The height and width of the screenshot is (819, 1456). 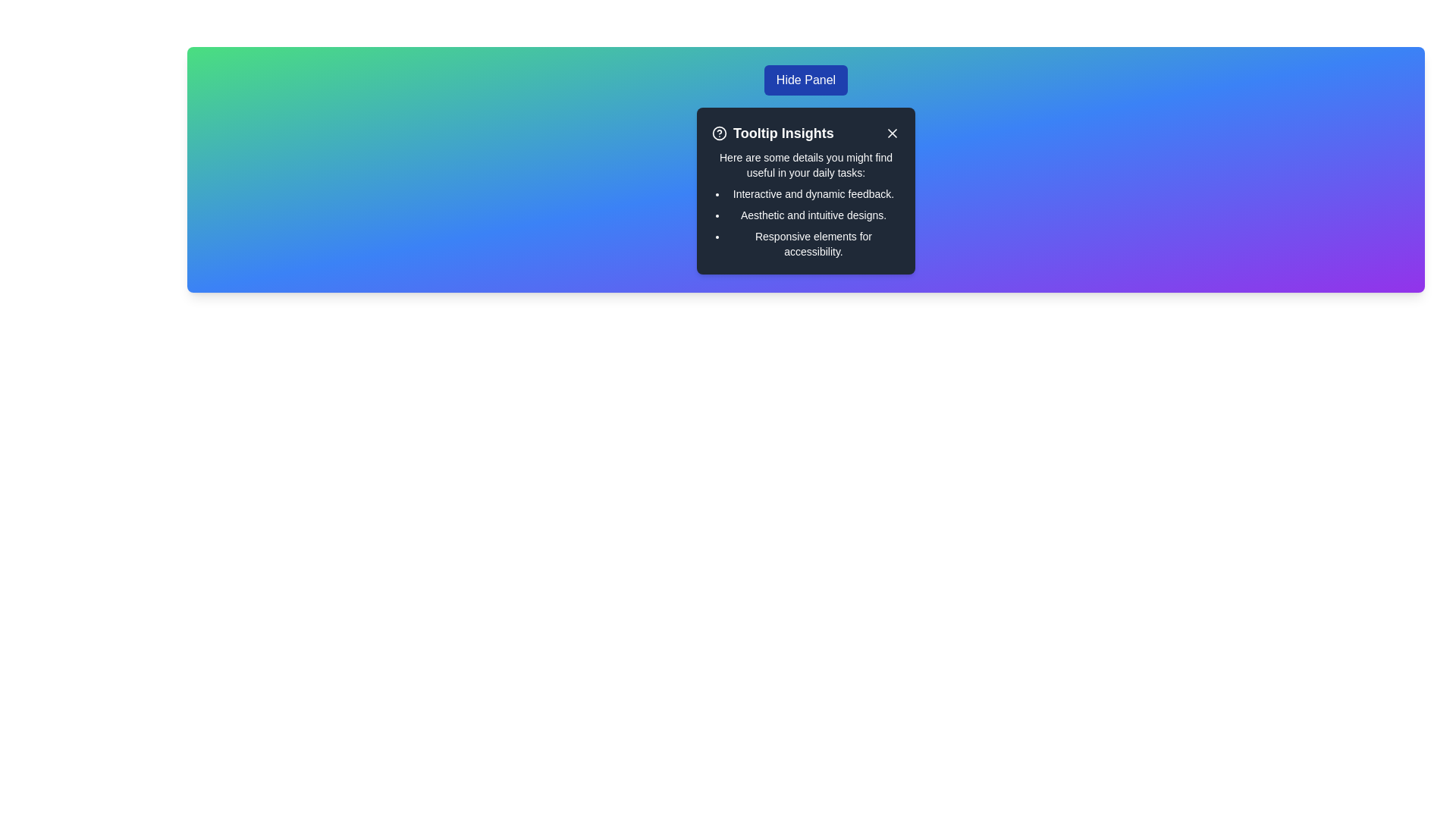 I want to click on the third item in the vertical, bulleted list that describes 'Responsive elements for accessibility' within the tooltip panel, so click(x=813, y=243).